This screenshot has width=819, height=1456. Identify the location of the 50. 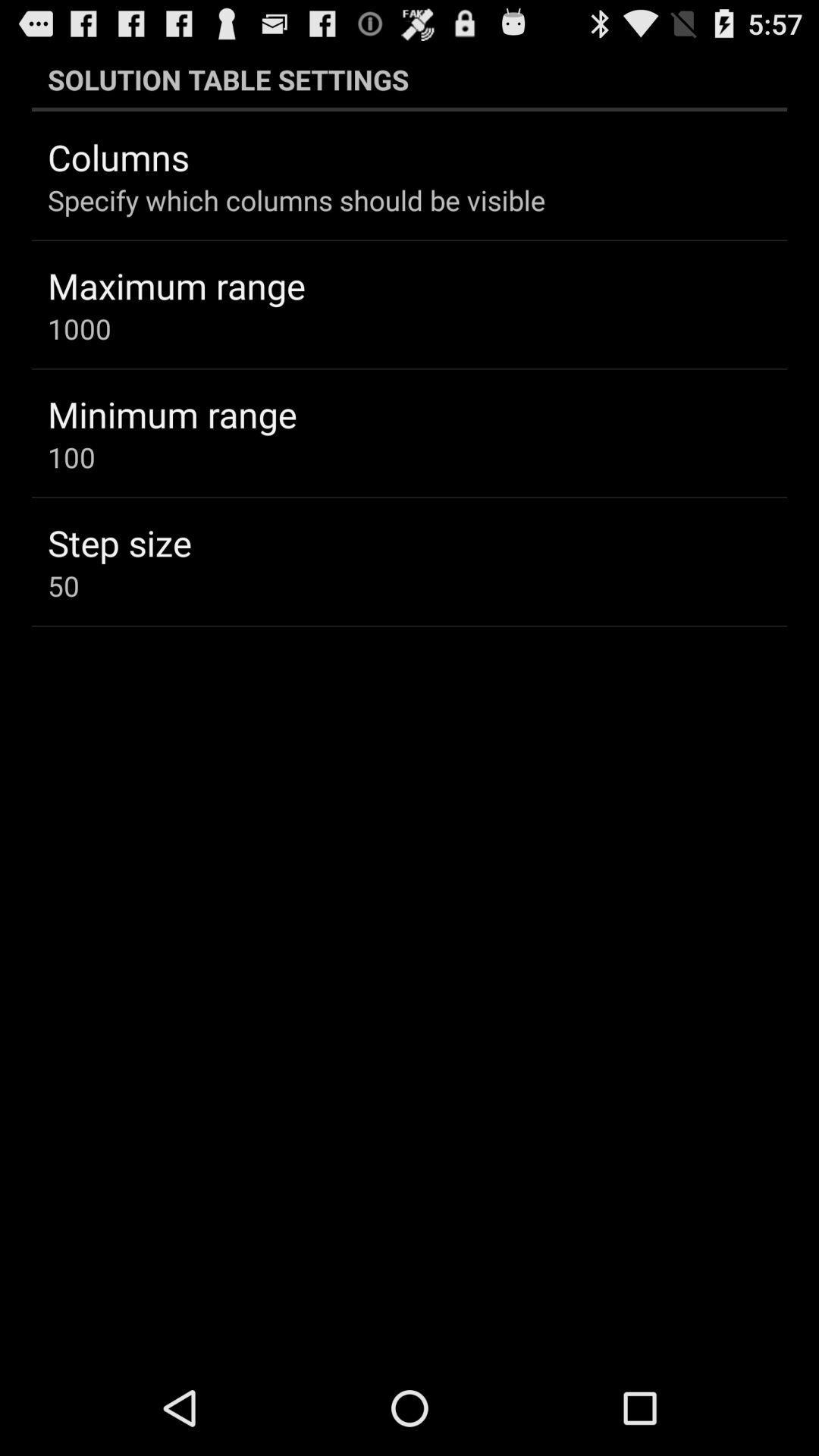
(63, 585).